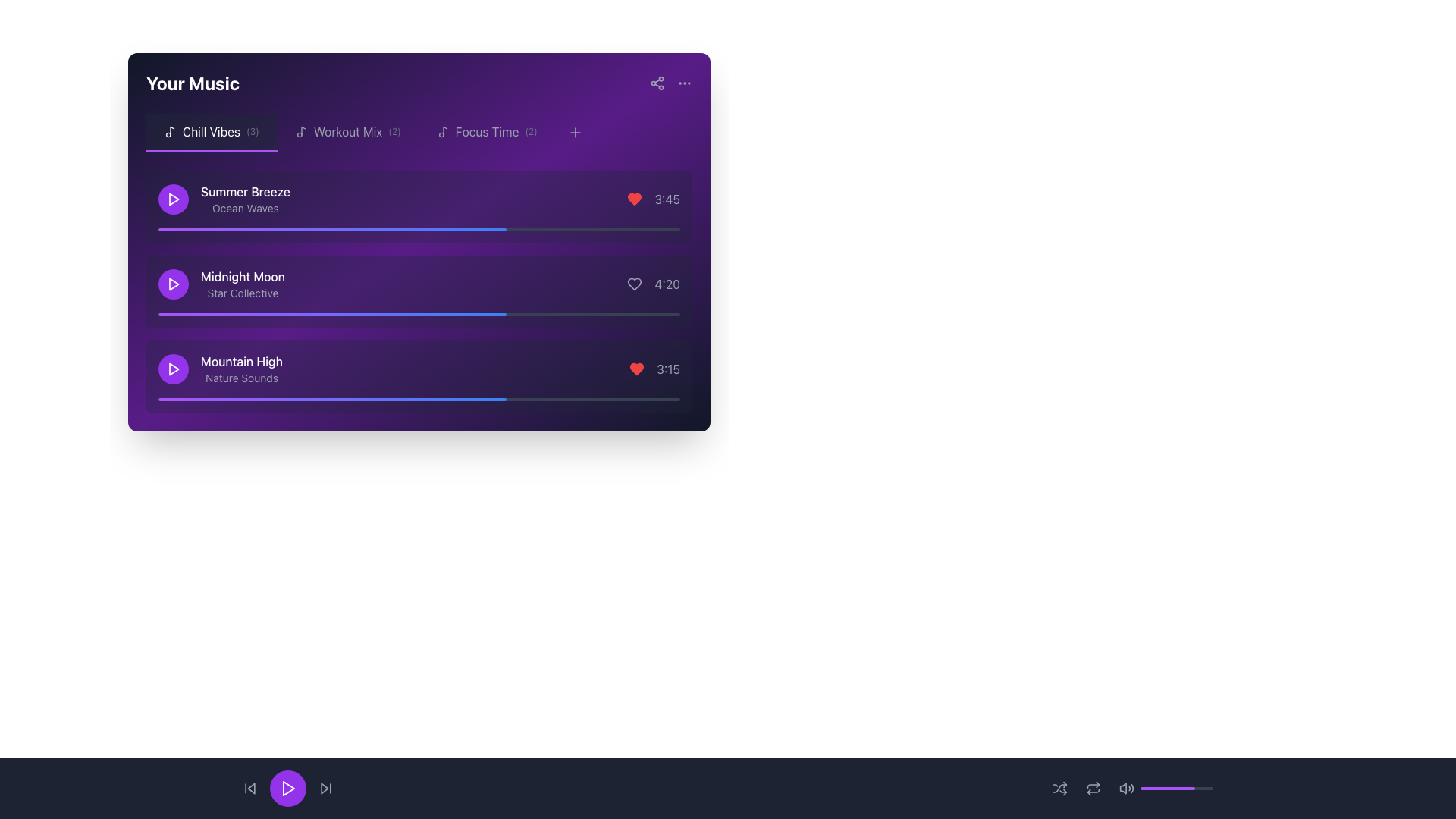  Describe the element at coordinates (243, 284) in the screenshot. I see `title and subtitle of the music item in the playlist labeled 'Chill Vibes', which is the second item in the list, located to the right of the circular play button` at that location.